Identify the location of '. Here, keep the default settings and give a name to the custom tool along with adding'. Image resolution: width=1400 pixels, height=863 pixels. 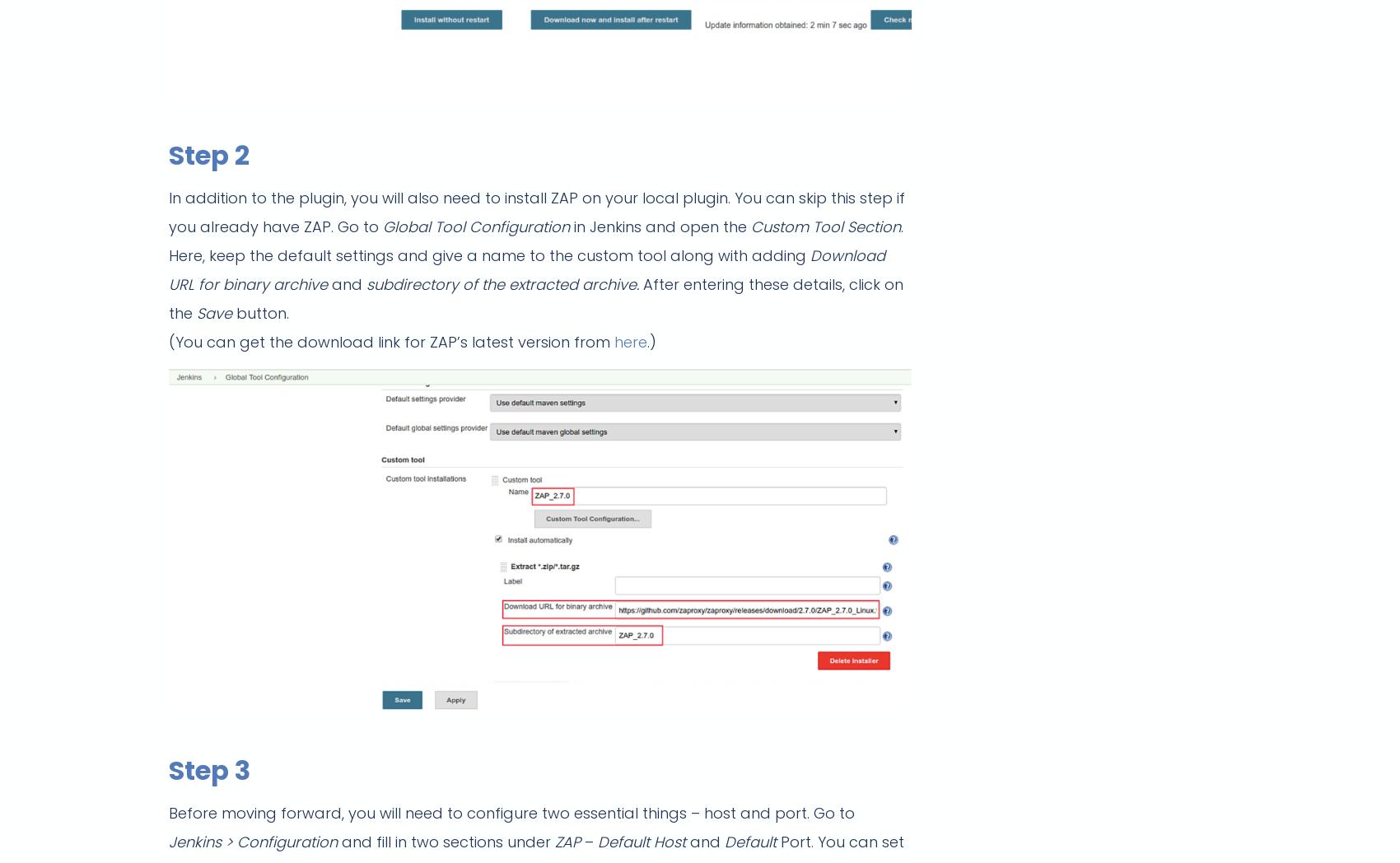
(535, 240).